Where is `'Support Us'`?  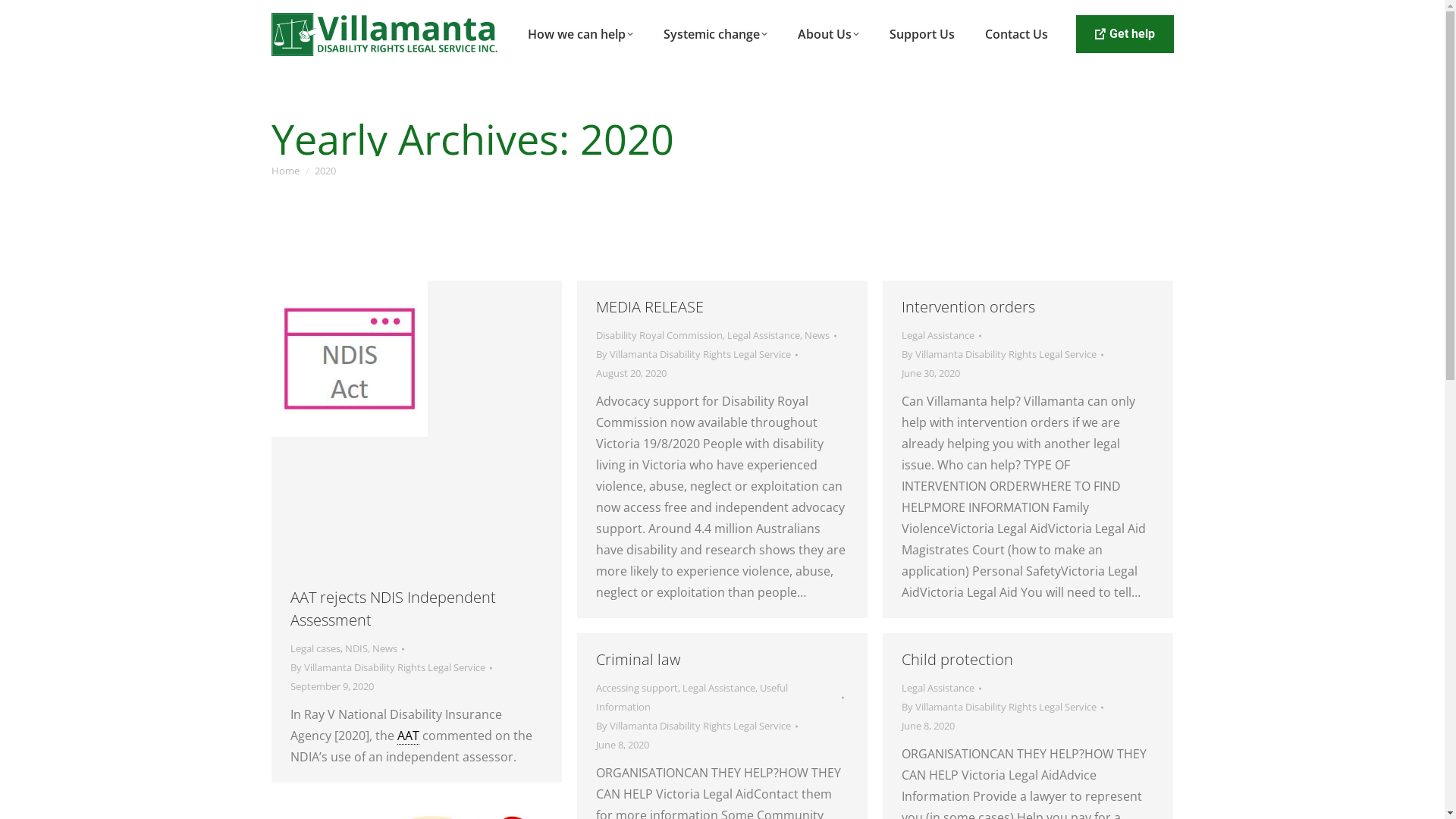
'Support Us' is located at coordinates (921, 34).